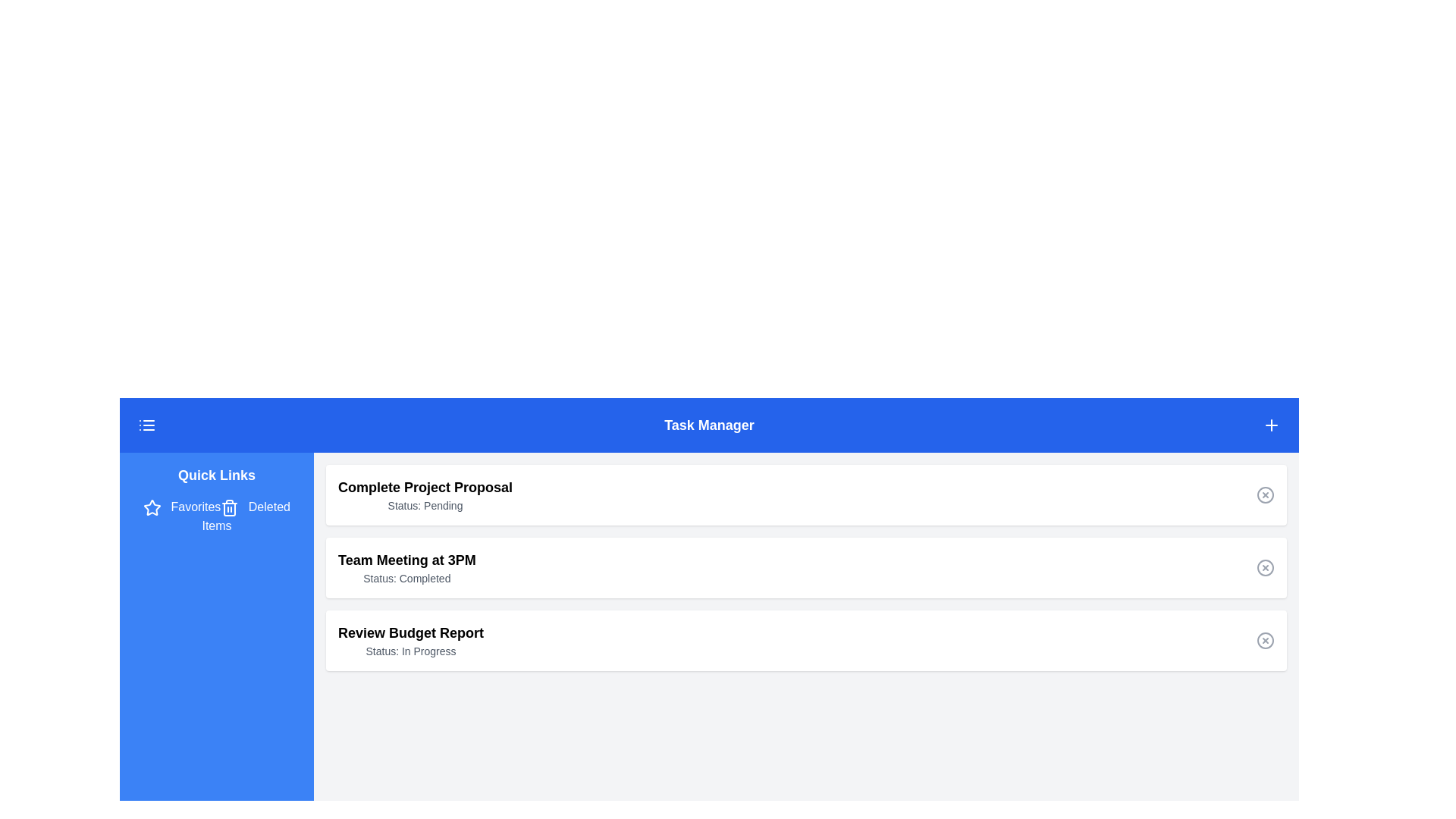 This screenshot has height=819, width=1456. I want to click on the third task item labeled 'Review Budget Report' in the 'Task Manager', so click(805, 640).